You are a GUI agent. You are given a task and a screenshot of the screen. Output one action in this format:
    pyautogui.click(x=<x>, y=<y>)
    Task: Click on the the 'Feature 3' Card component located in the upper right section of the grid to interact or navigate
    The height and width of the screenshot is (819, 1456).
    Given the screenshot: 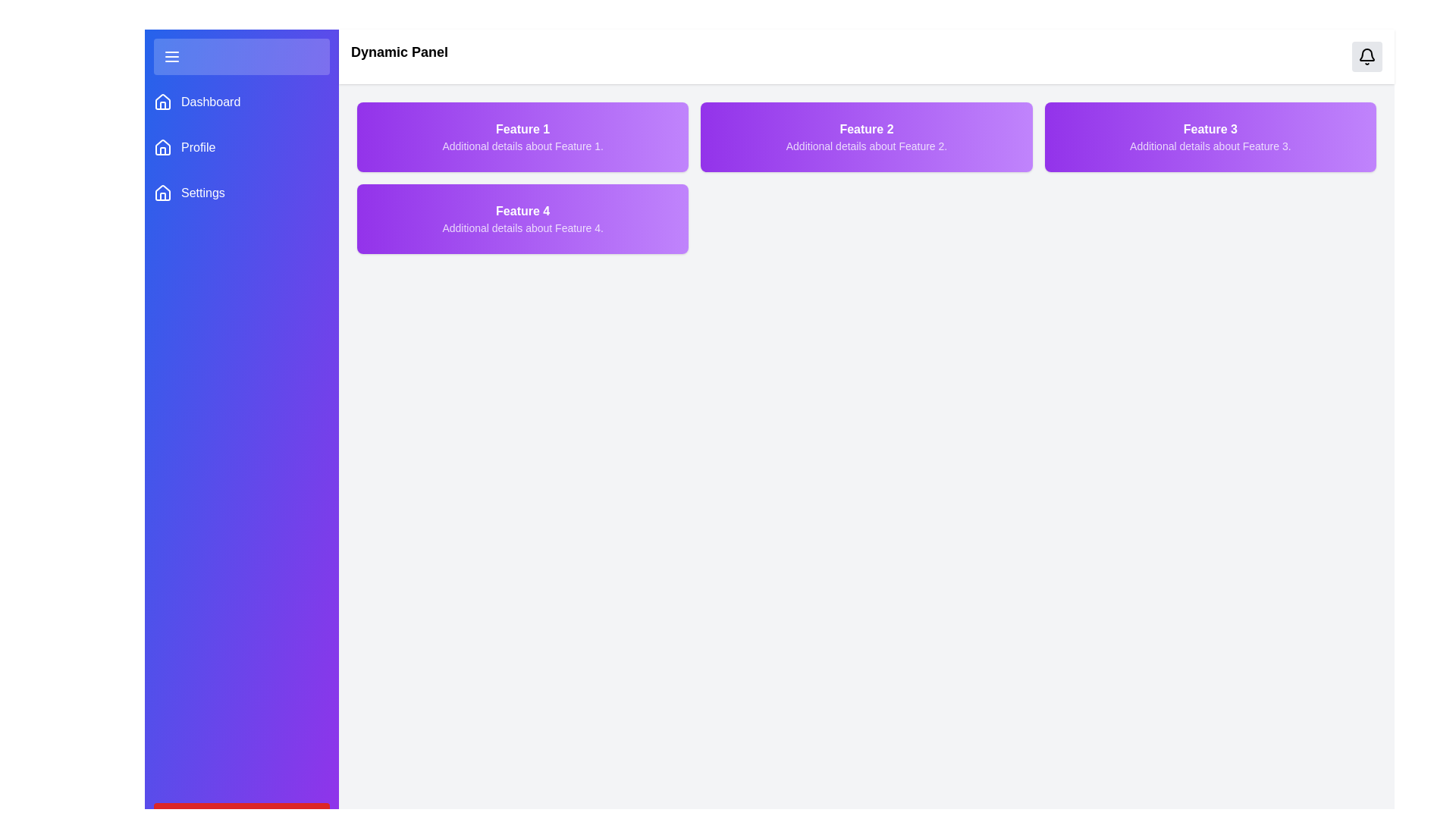 What is the action you would take?
    pyautogui.click(x=1210, y=137)
    